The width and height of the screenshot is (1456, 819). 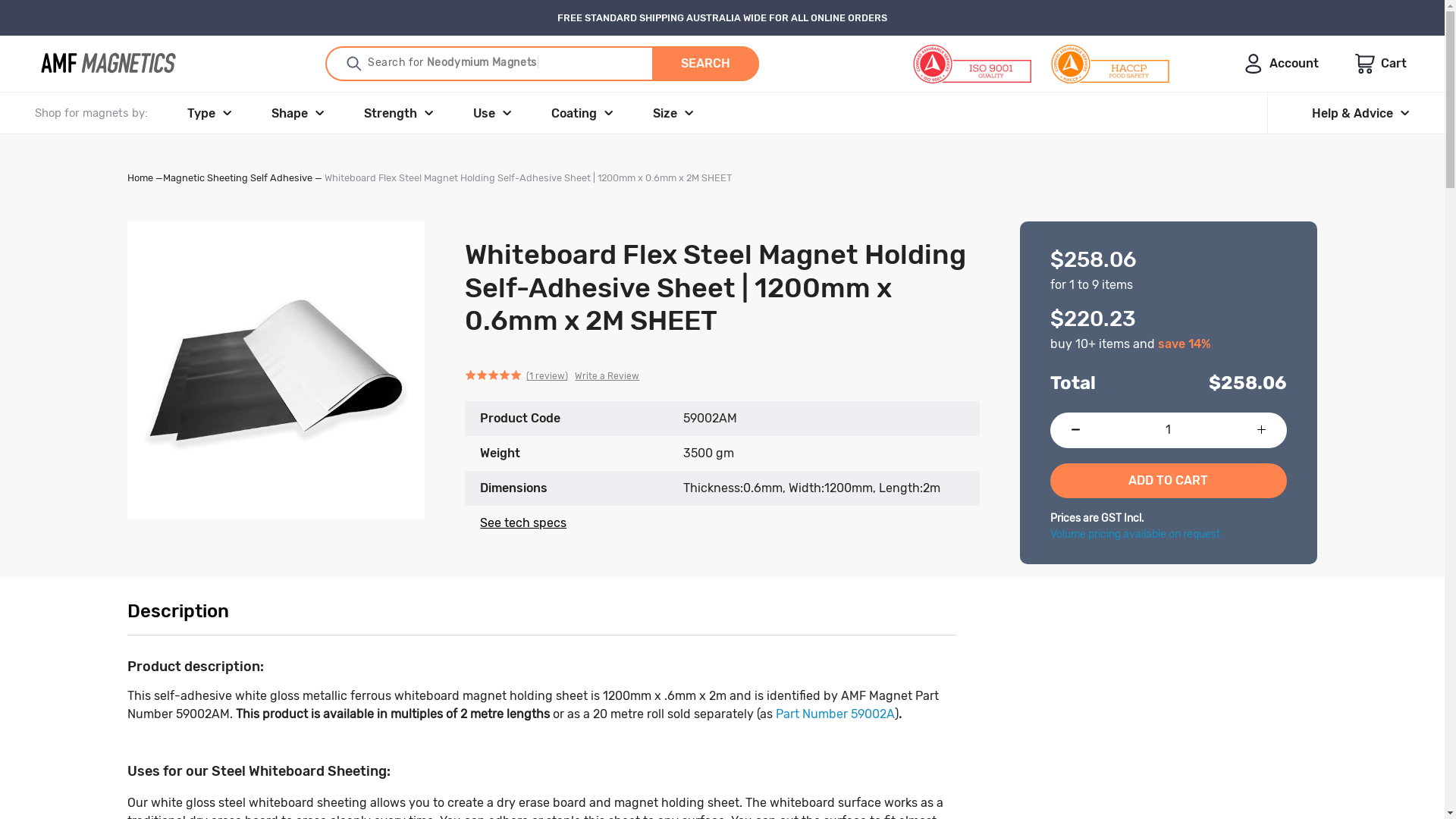 What do you see at coordinates (140, 177) in the screenshot?
I see `'Home'` at bounding box center [140, 177].